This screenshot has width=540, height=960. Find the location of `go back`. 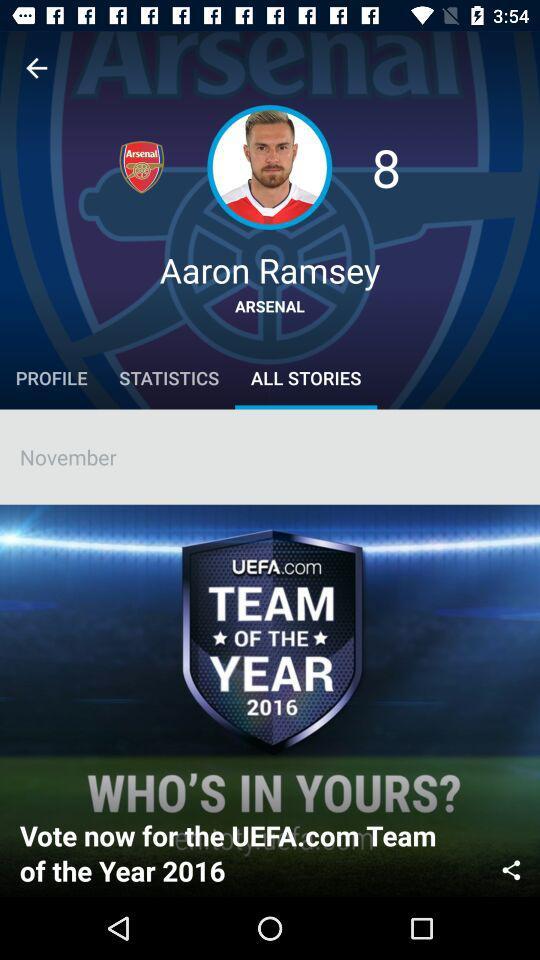

go back is located at coordinates (36, 68).